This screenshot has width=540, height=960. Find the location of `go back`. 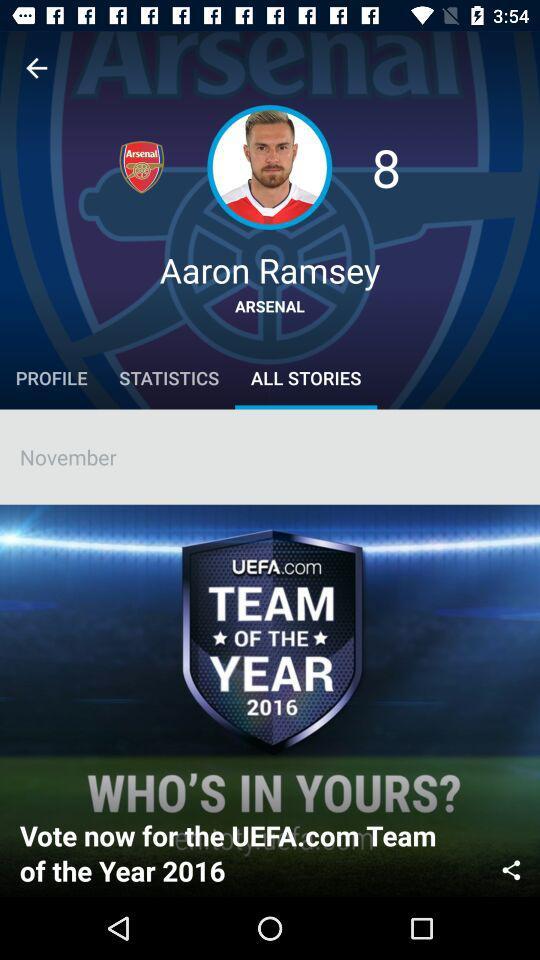

go back is located at coordinates (36, 68).